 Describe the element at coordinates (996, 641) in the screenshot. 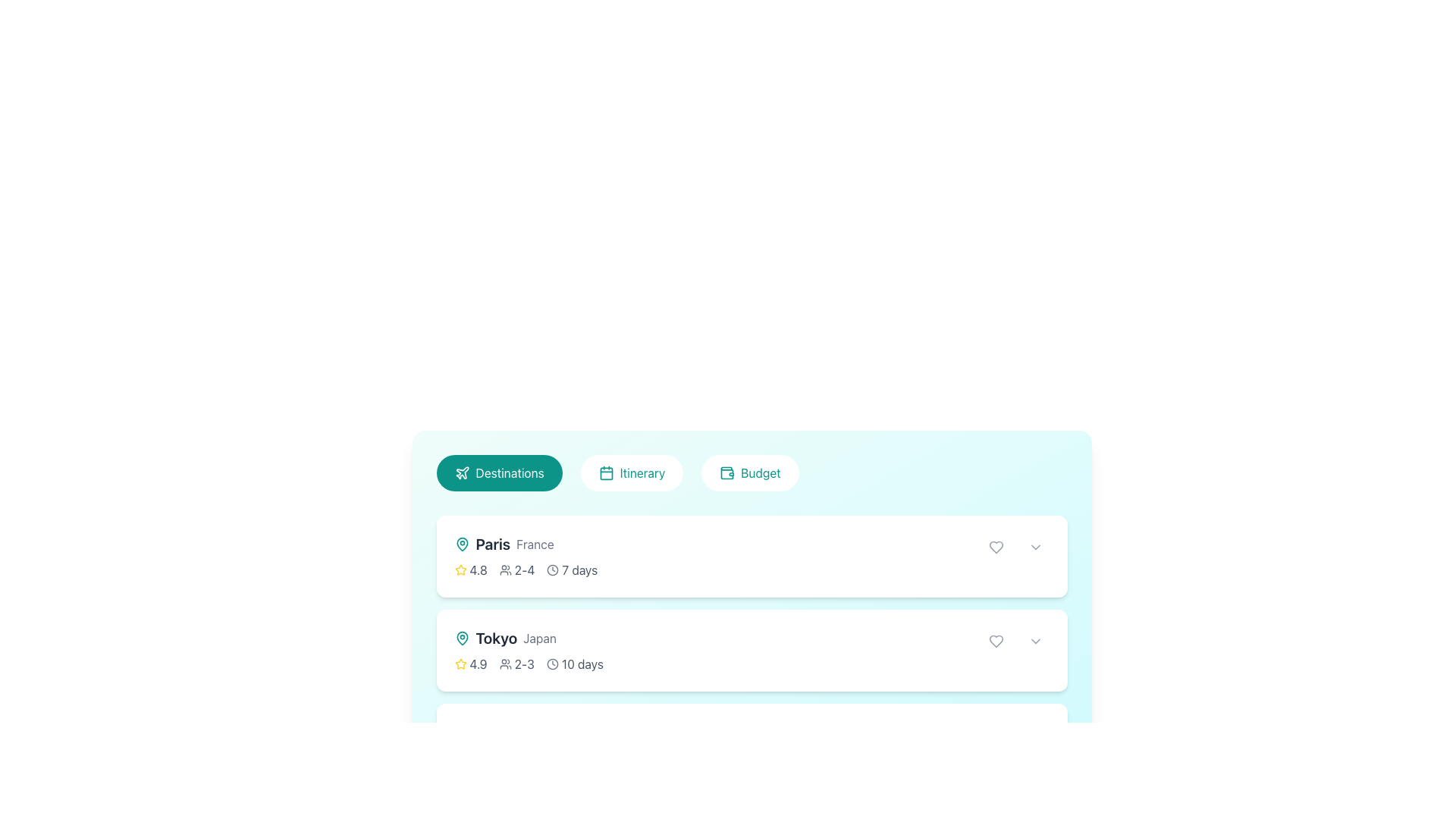

I see `the heart icon located in the second card on the right side of the content` at that location.